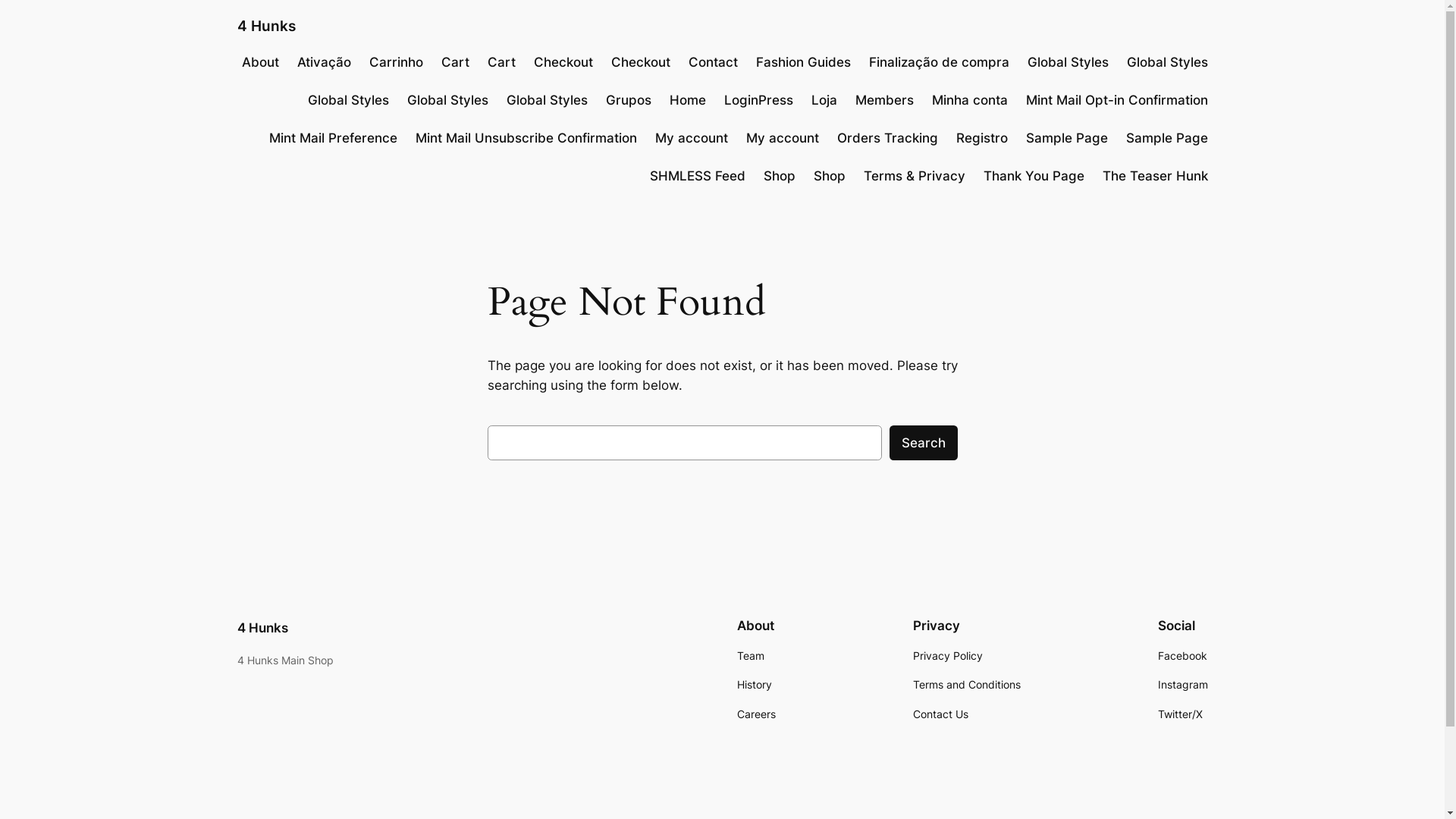 This screenshot has width=1456, height=819. I want to click on 'Global Styles', so click(1166, 61).